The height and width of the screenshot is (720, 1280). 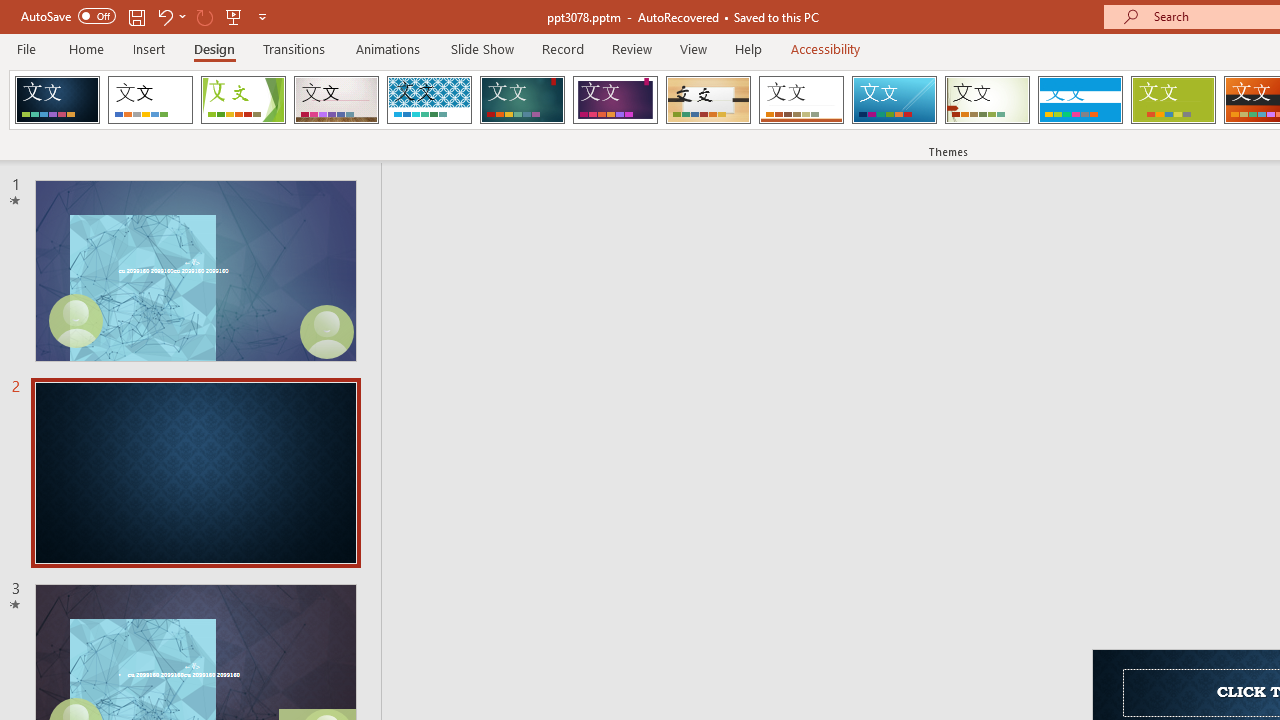 I want to click on 'Wisp', so click(x=987, y=100).